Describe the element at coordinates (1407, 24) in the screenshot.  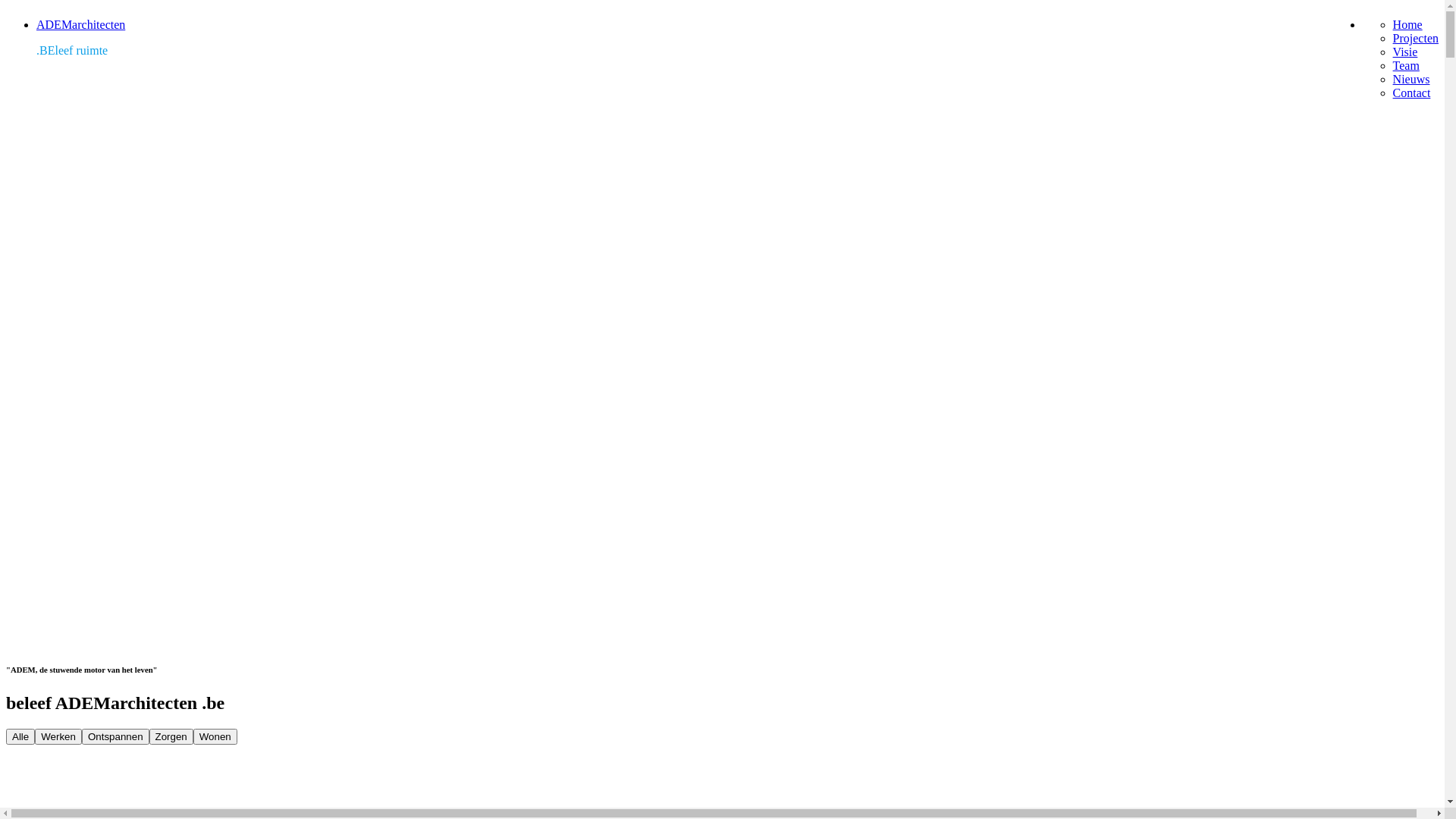
I see `'Home'` at that location.